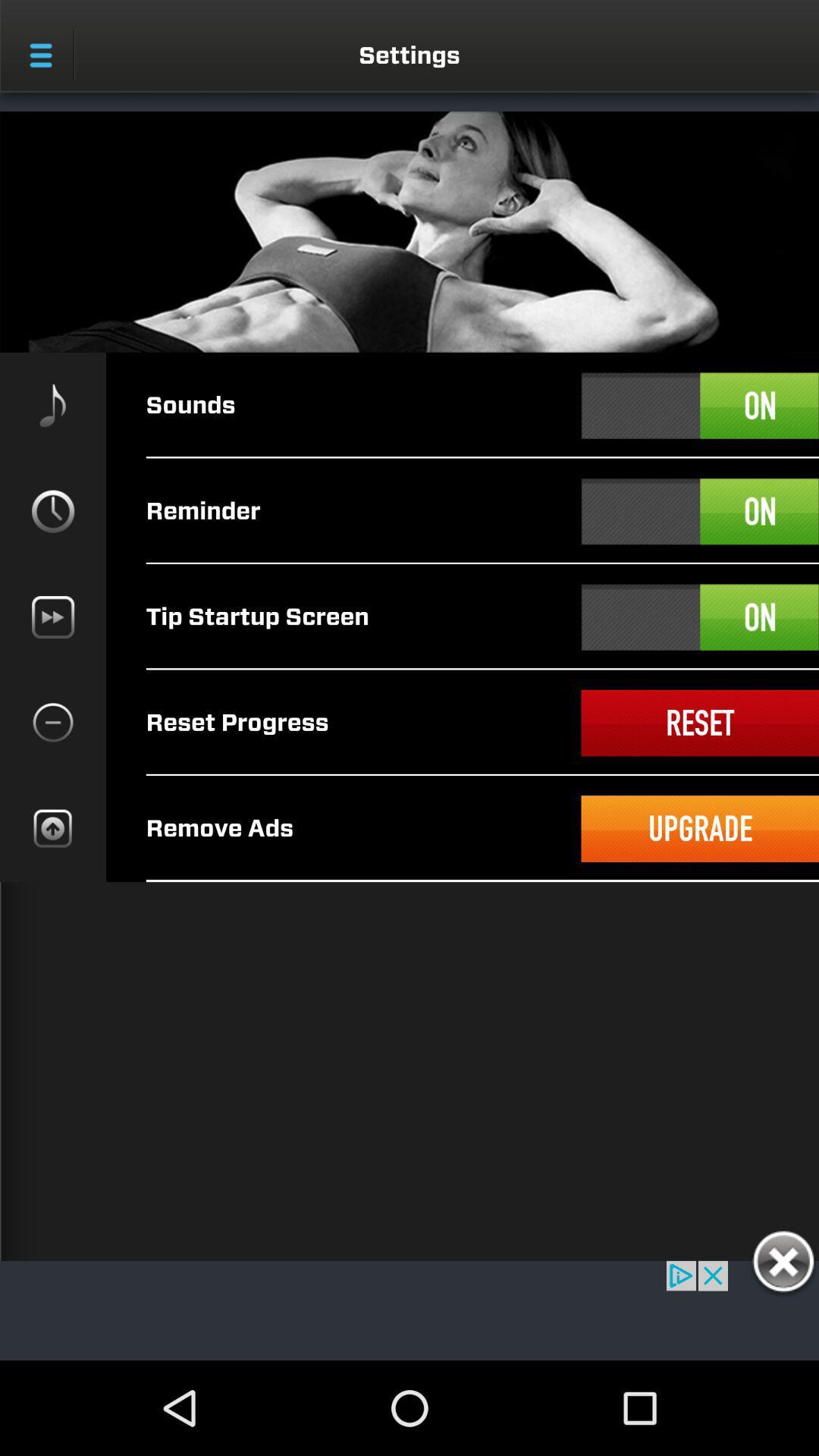  I want to click on a select option, so click(700, 406).